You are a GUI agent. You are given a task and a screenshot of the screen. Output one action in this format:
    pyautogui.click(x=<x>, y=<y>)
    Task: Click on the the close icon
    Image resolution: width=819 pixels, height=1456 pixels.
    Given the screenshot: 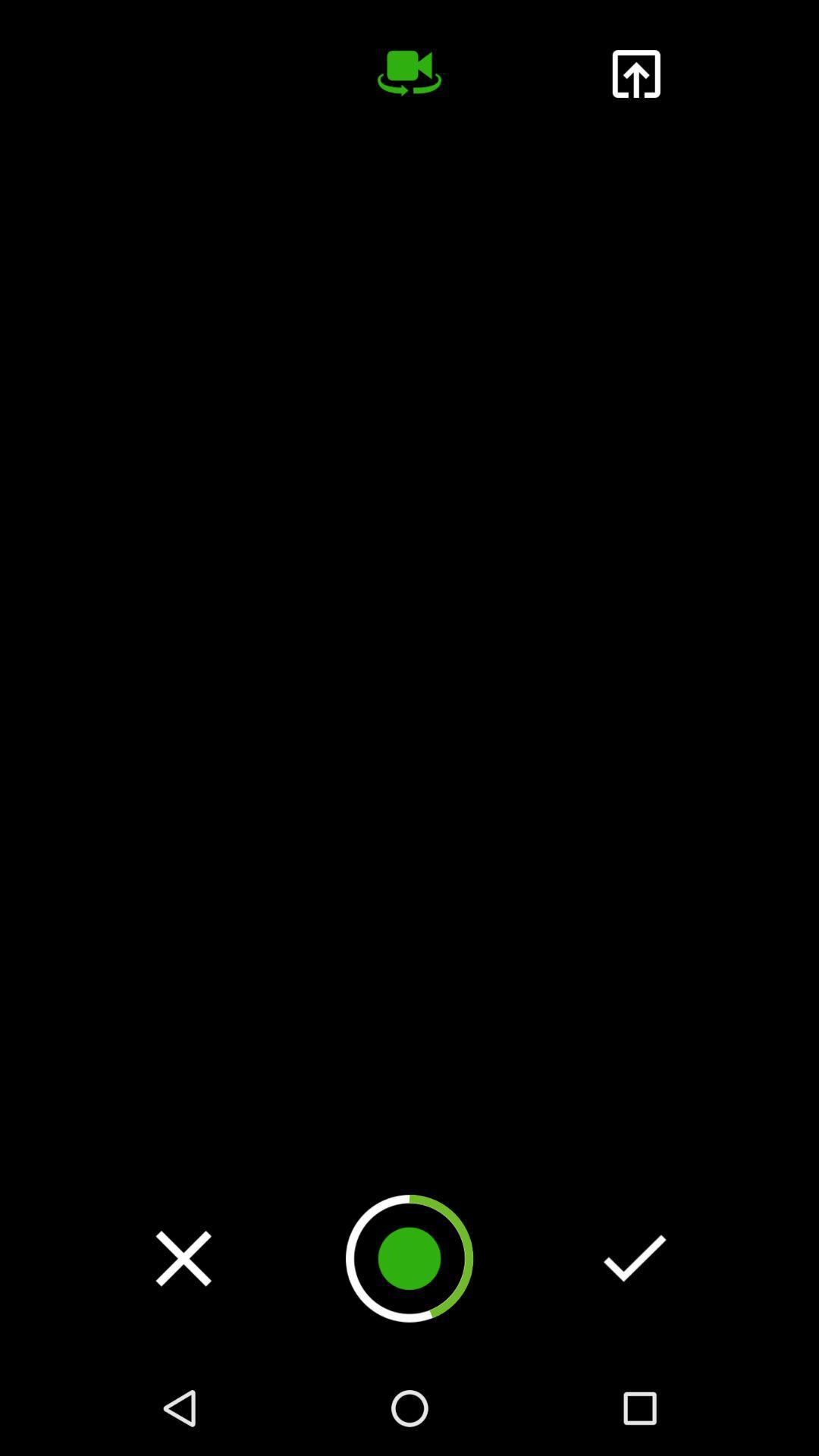 What is the action you would take?
    pyautogui.click(x=183, y=1258)
    